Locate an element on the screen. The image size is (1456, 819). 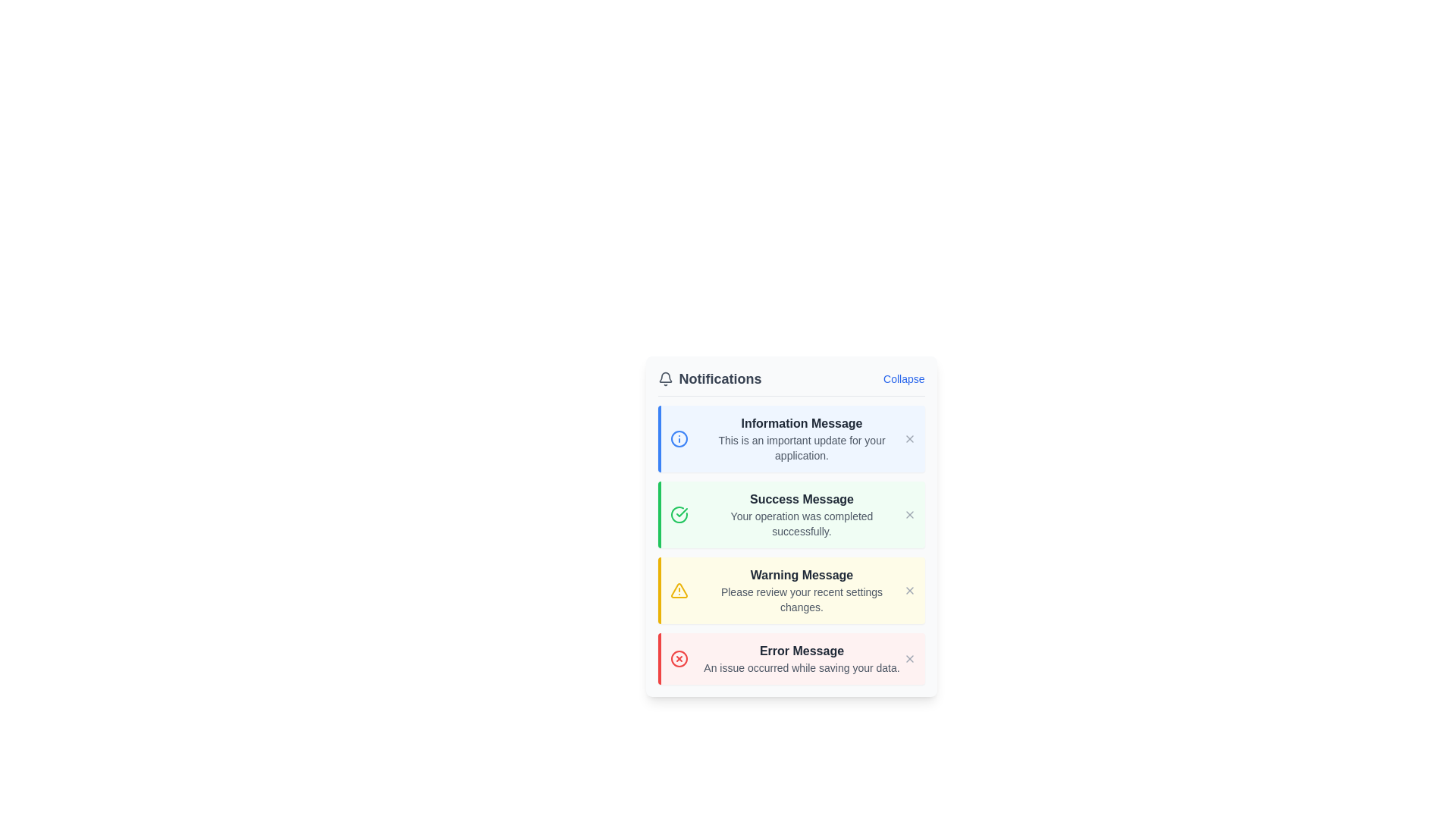
text label that states 'Please review your recent settings changes.' positioned within the notification interface under the title 'Warning Message' is located at coordinates (801, 598).